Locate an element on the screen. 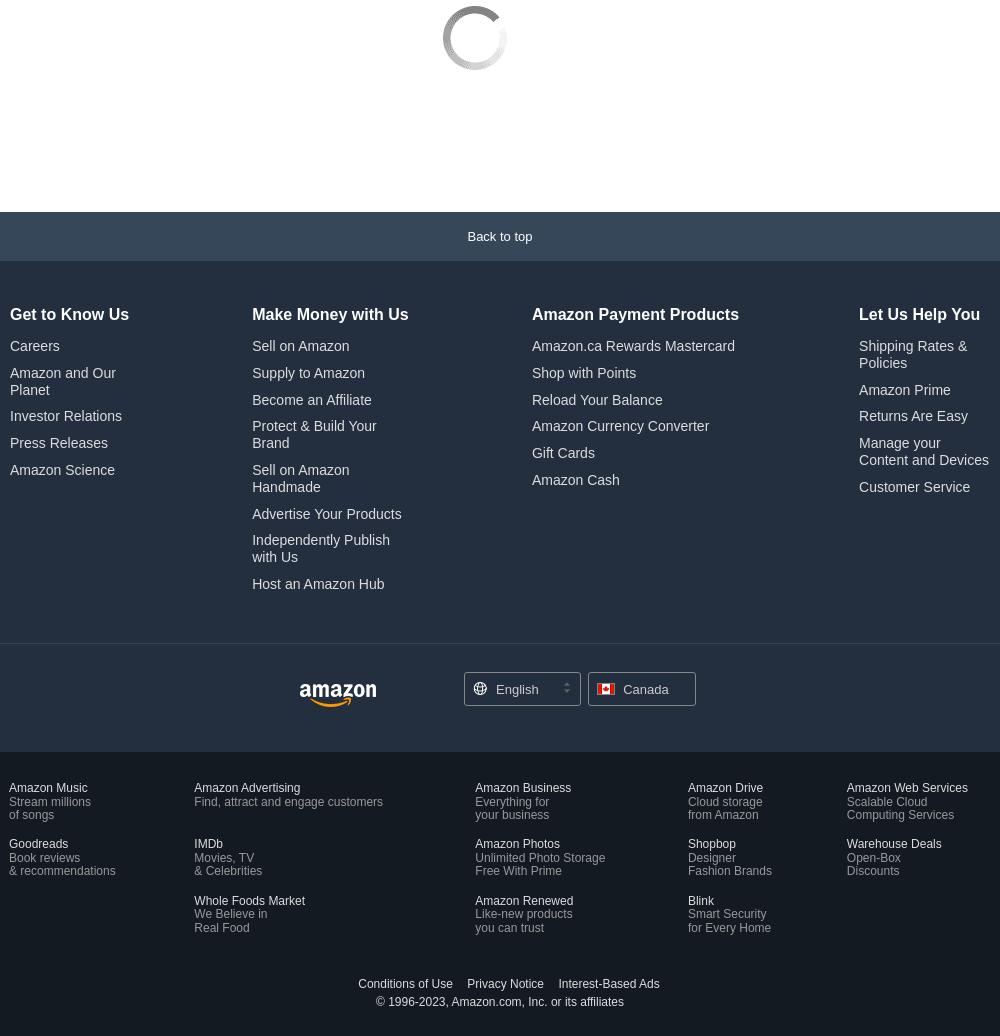 This screenshot has width=1000, height=1036. 'Cloud storage' is located at coordinates (723, 666).